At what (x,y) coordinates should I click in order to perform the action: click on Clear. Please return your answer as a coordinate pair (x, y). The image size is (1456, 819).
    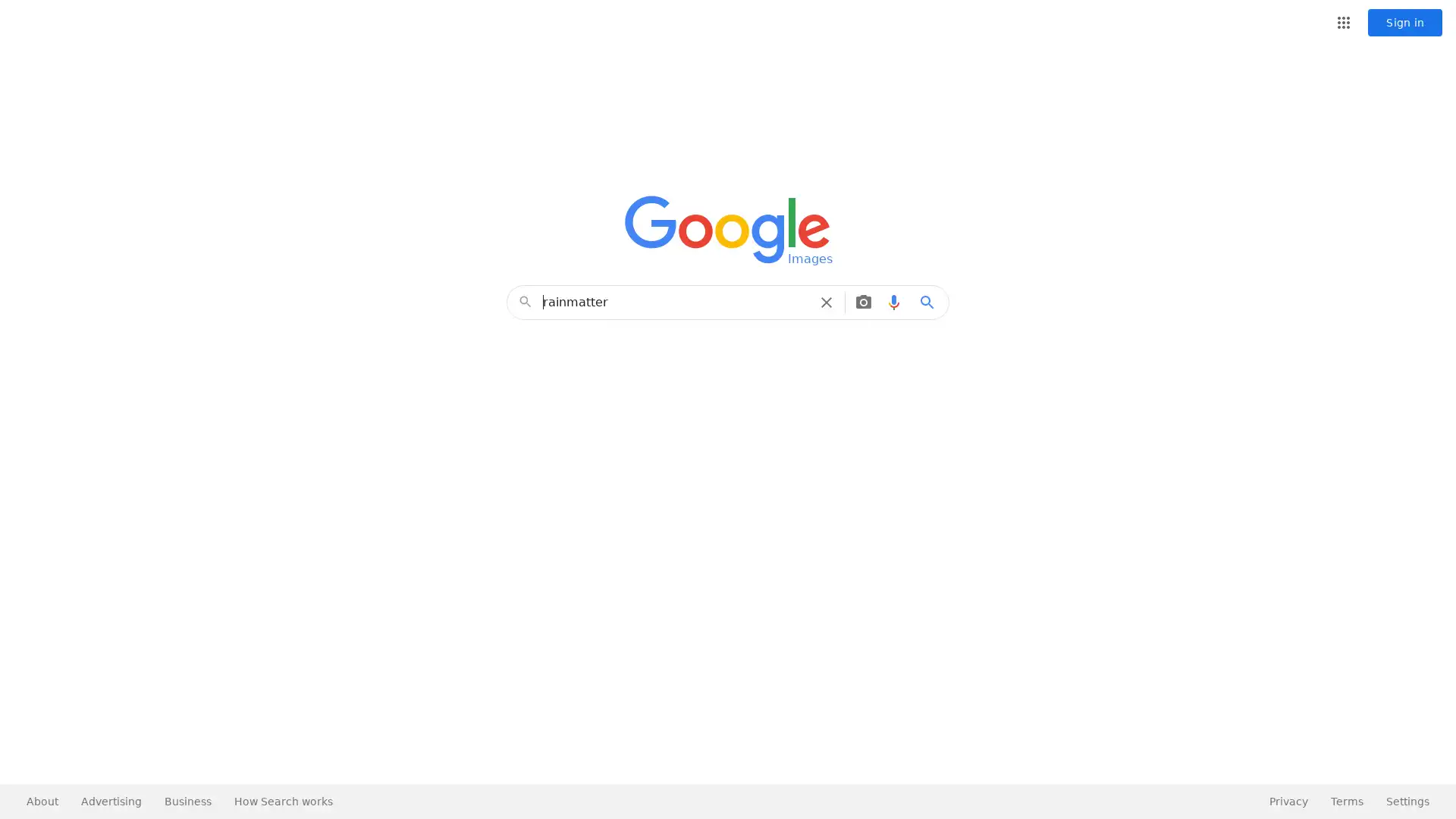
    Looking at the image, I should click on (825, 302).